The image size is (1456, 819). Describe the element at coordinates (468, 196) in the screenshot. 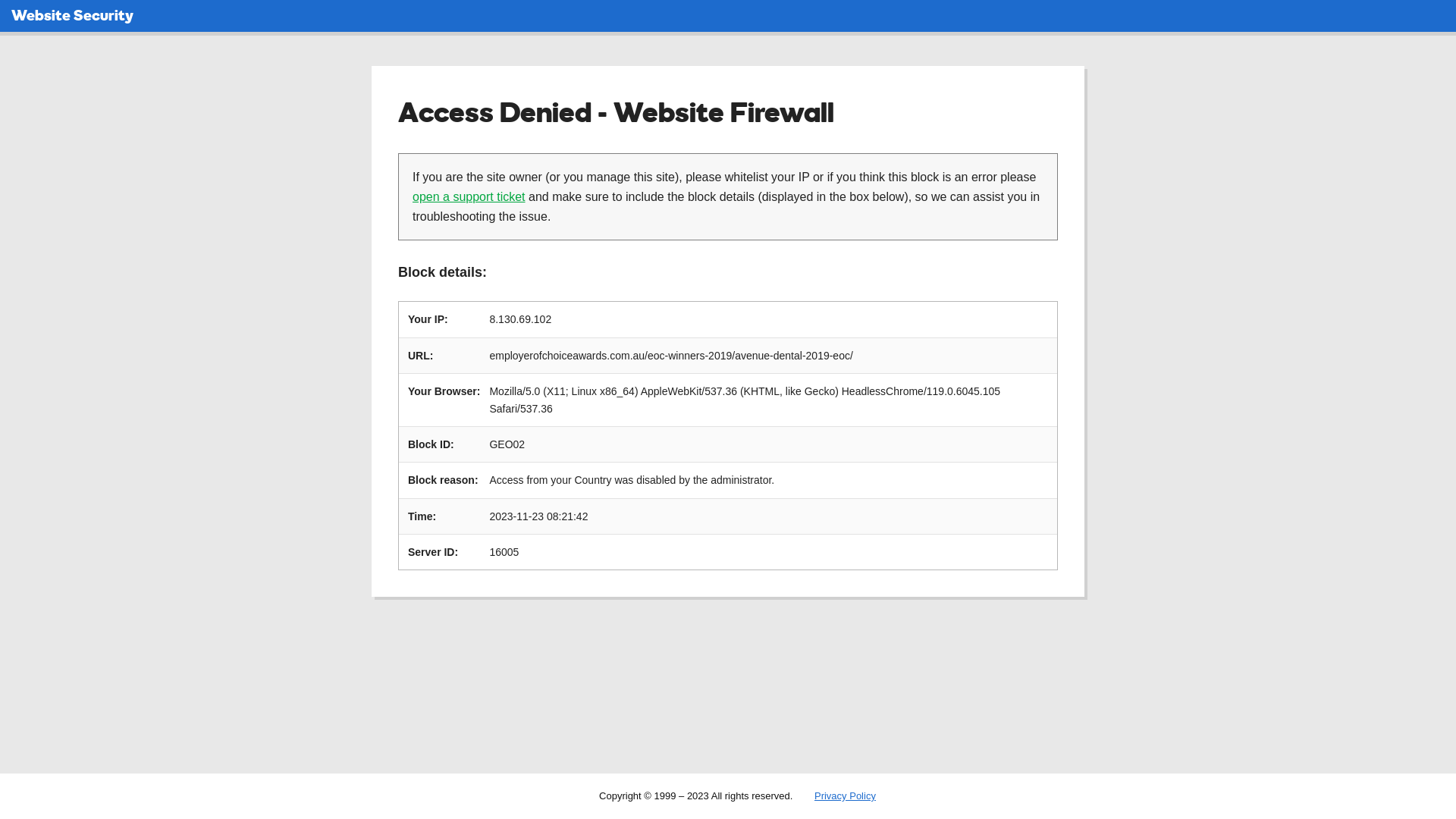

I see `'open a support ticket'` at that location.